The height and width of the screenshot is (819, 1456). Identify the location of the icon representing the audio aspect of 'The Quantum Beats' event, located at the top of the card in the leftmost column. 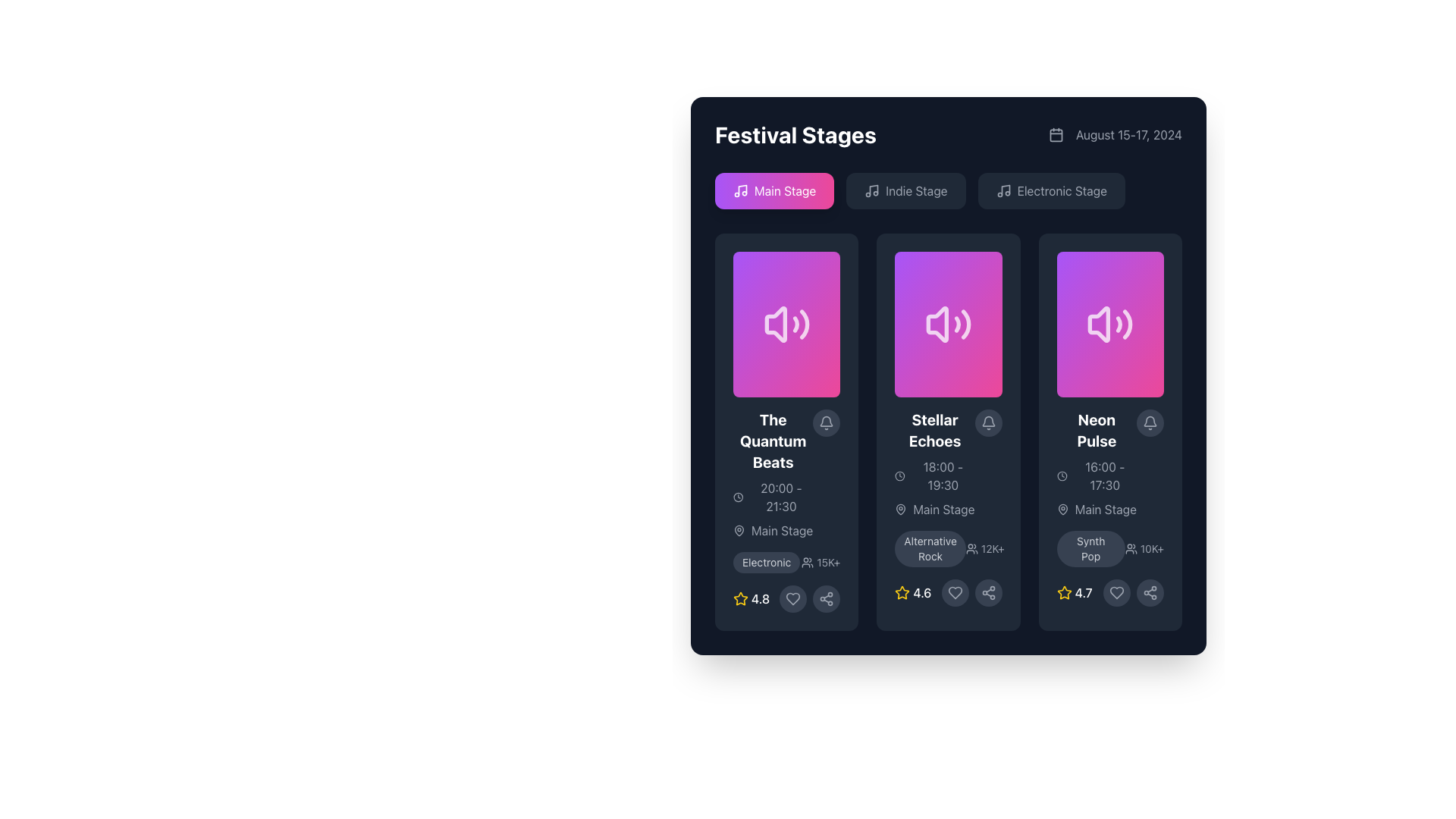
(786, 324).